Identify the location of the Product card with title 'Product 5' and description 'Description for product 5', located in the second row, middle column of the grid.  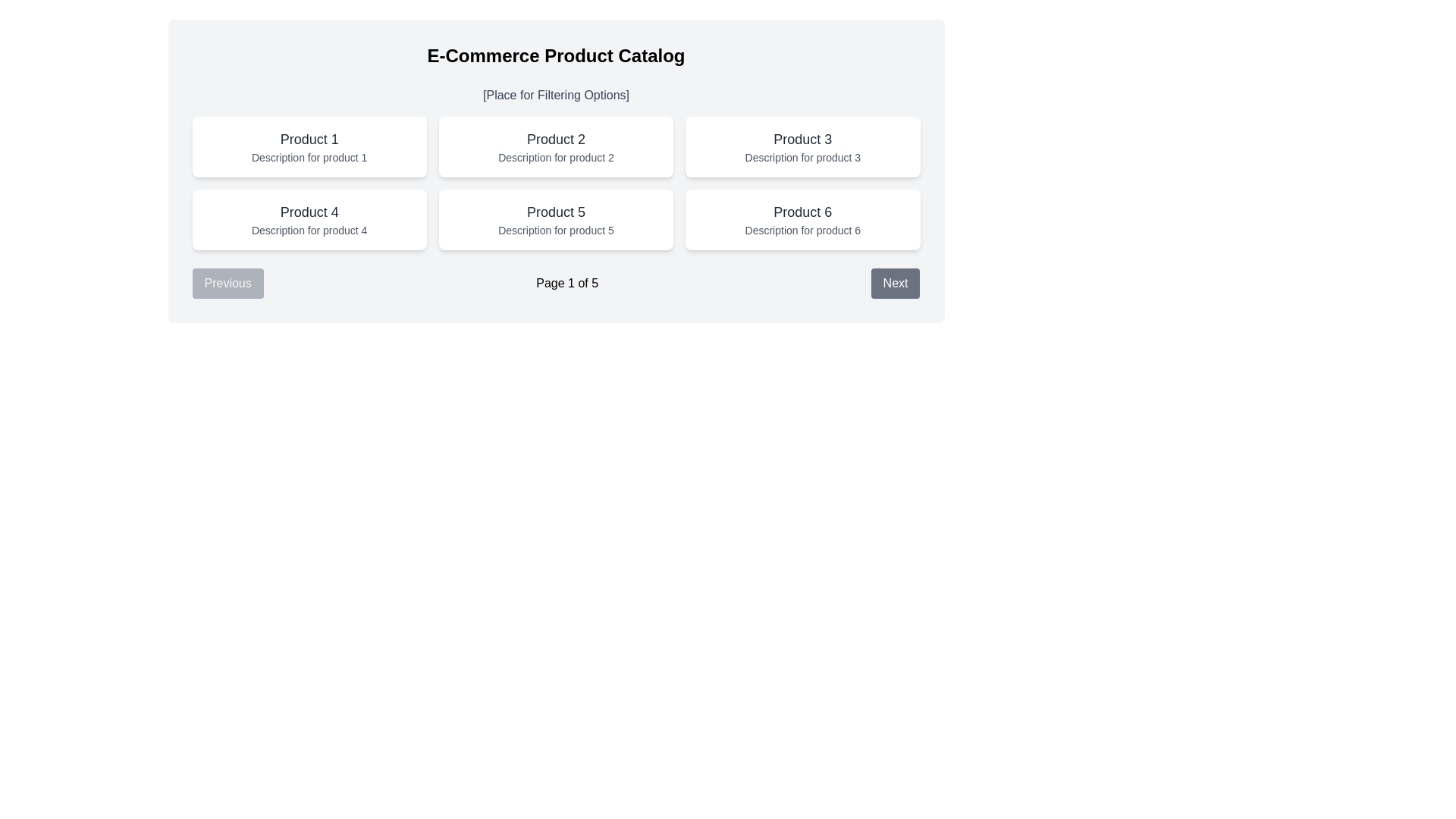
(555, 219).